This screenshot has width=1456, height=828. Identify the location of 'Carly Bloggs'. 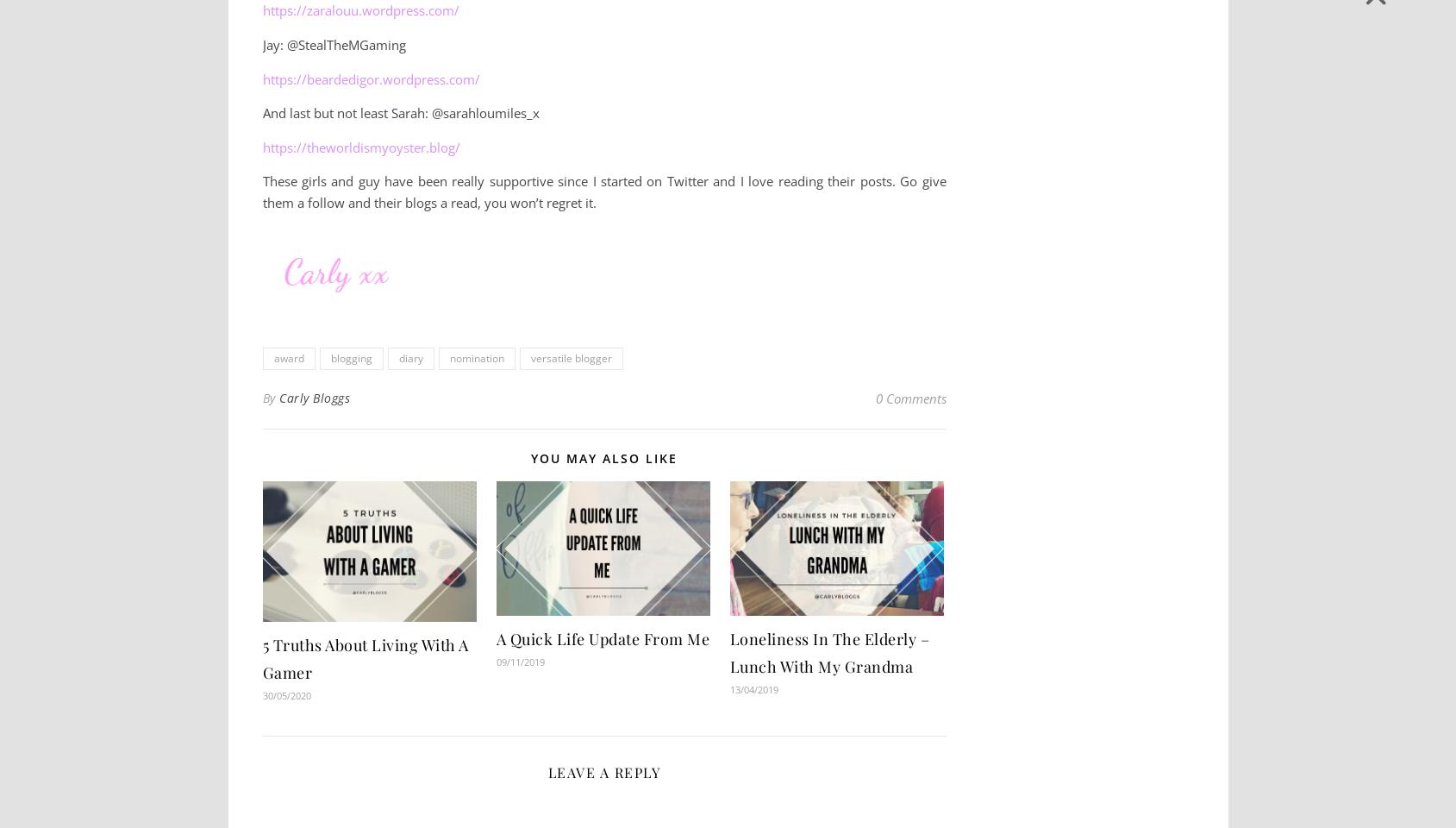
(314, 397).